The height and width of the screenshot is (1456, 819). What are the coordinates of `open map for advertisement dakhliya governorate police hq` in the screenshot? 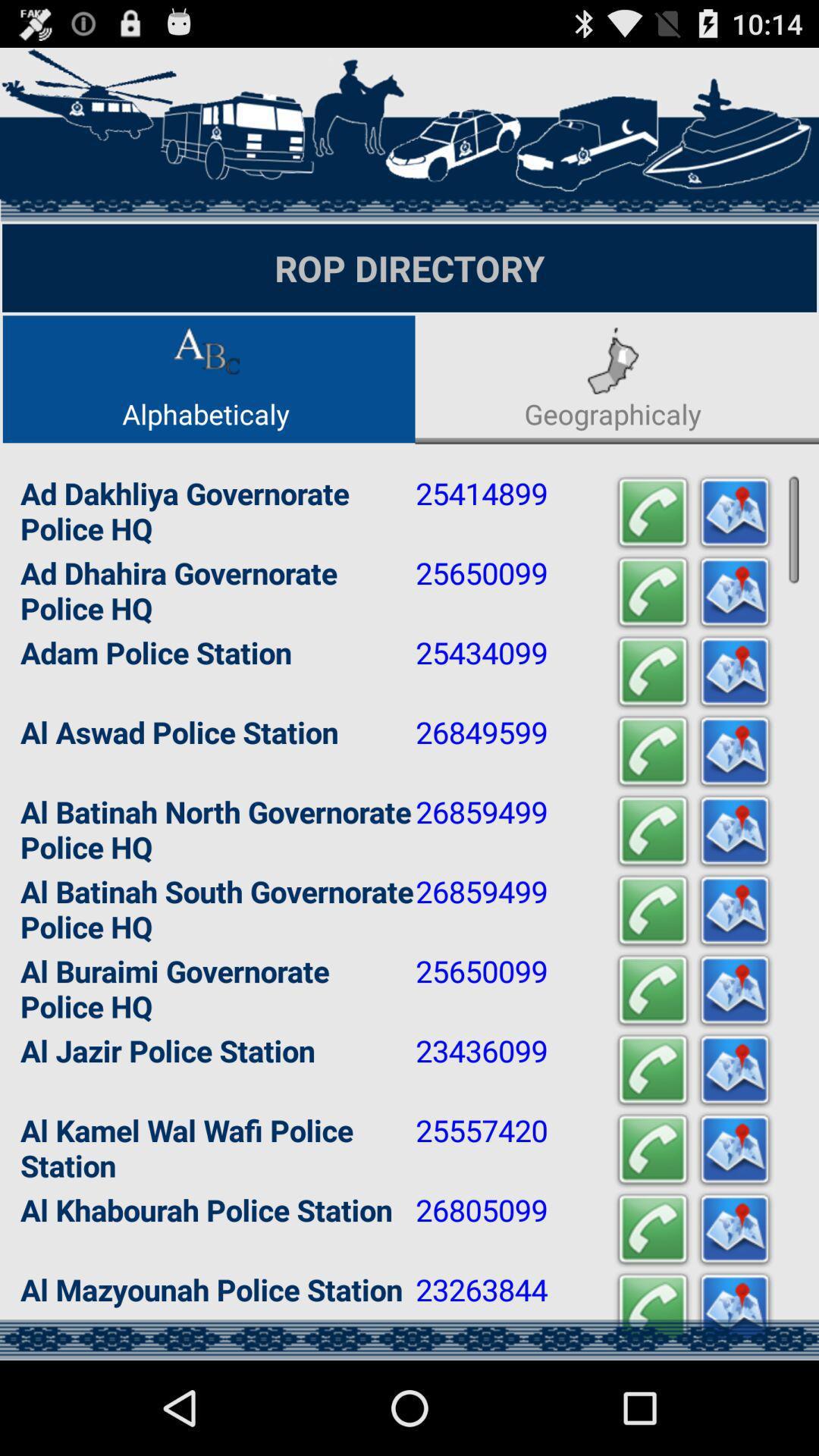 It's located at (733, 513).